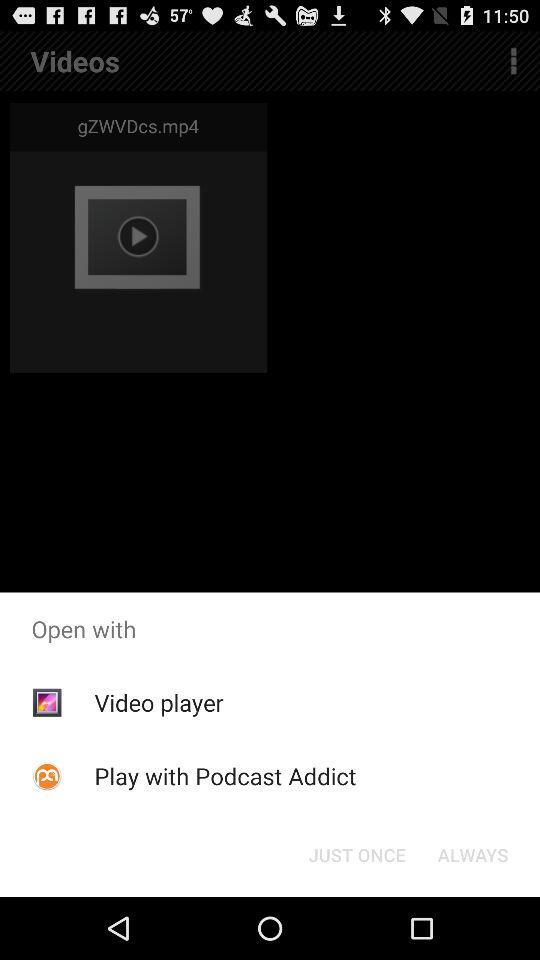 This screenshot has height=960, width=540. Describe the element at coordinates (356, 853) in the screenshot. I see `just once` at that location.